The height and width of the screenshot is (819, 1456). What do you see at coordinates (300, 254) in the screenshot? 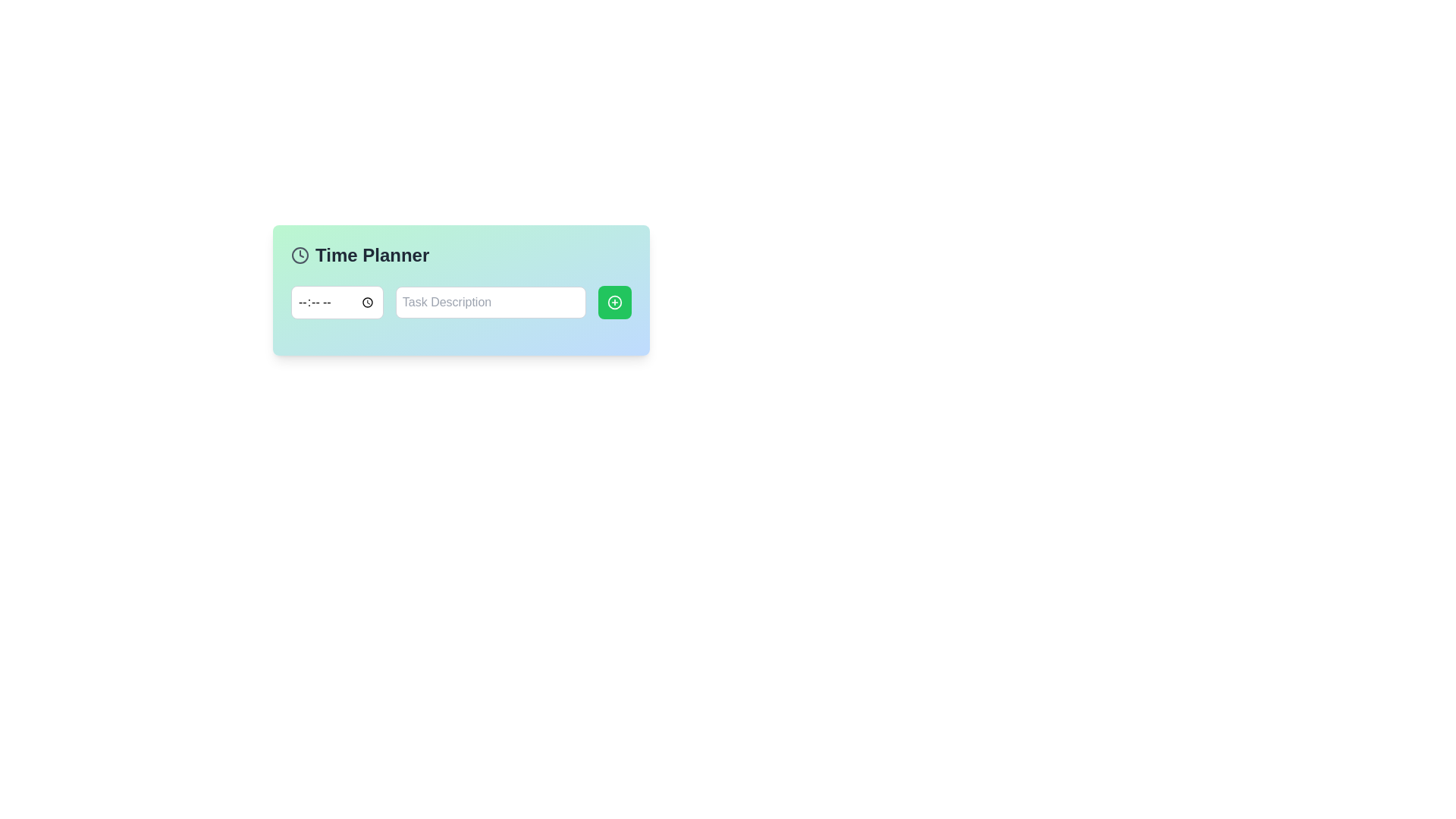
I see `the clock icon with a gray outline` at bounding box center [300, 254].